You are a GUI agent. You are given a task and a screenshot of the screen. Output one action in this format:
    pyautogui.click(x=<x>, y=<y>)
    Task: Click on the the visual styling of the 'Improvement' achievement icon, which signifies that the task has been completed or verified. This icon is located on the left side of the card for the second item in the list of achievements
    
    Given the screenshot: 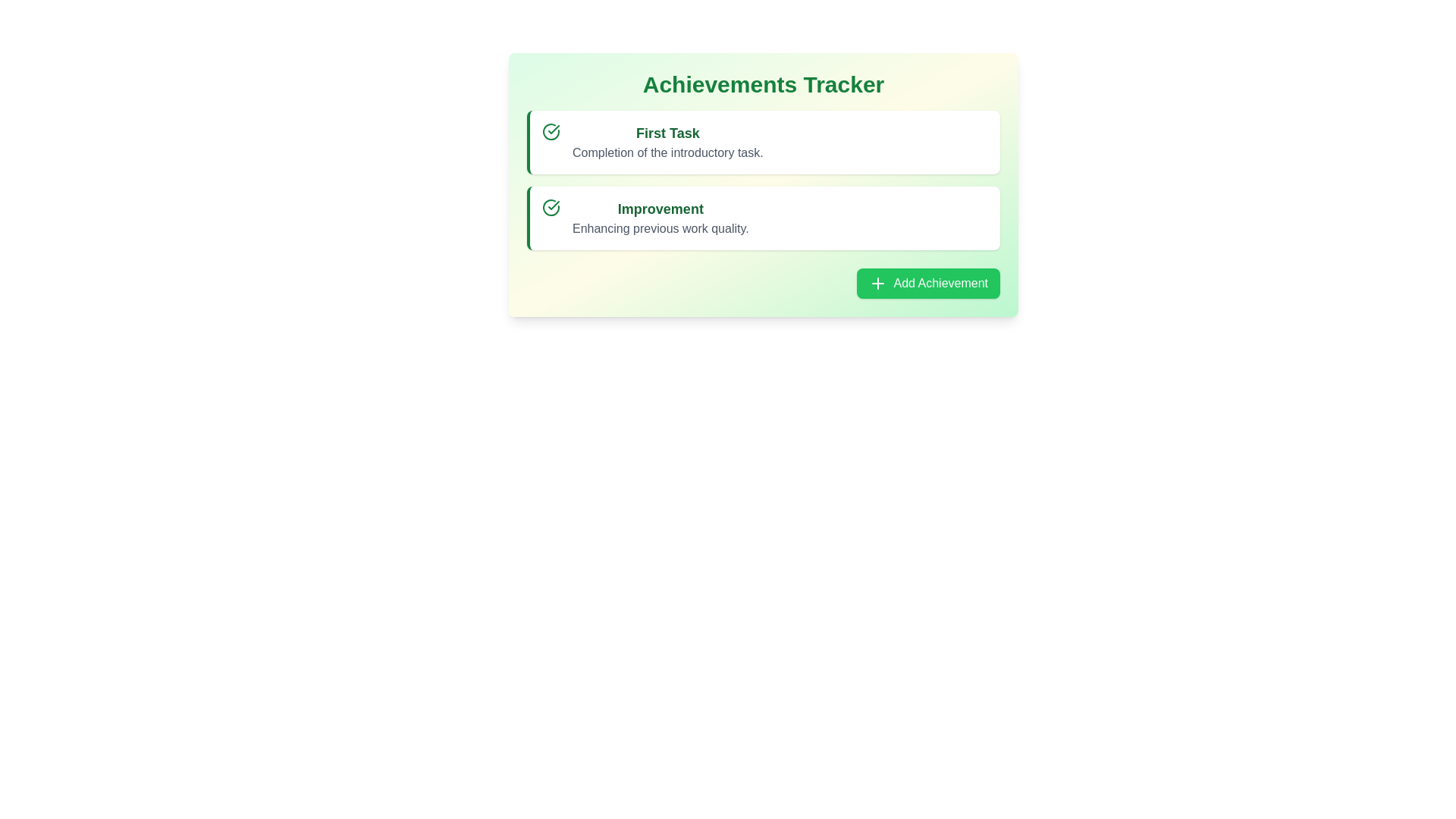 What is the action you would take?
    pyautogui.click(x=550, y=207)
    